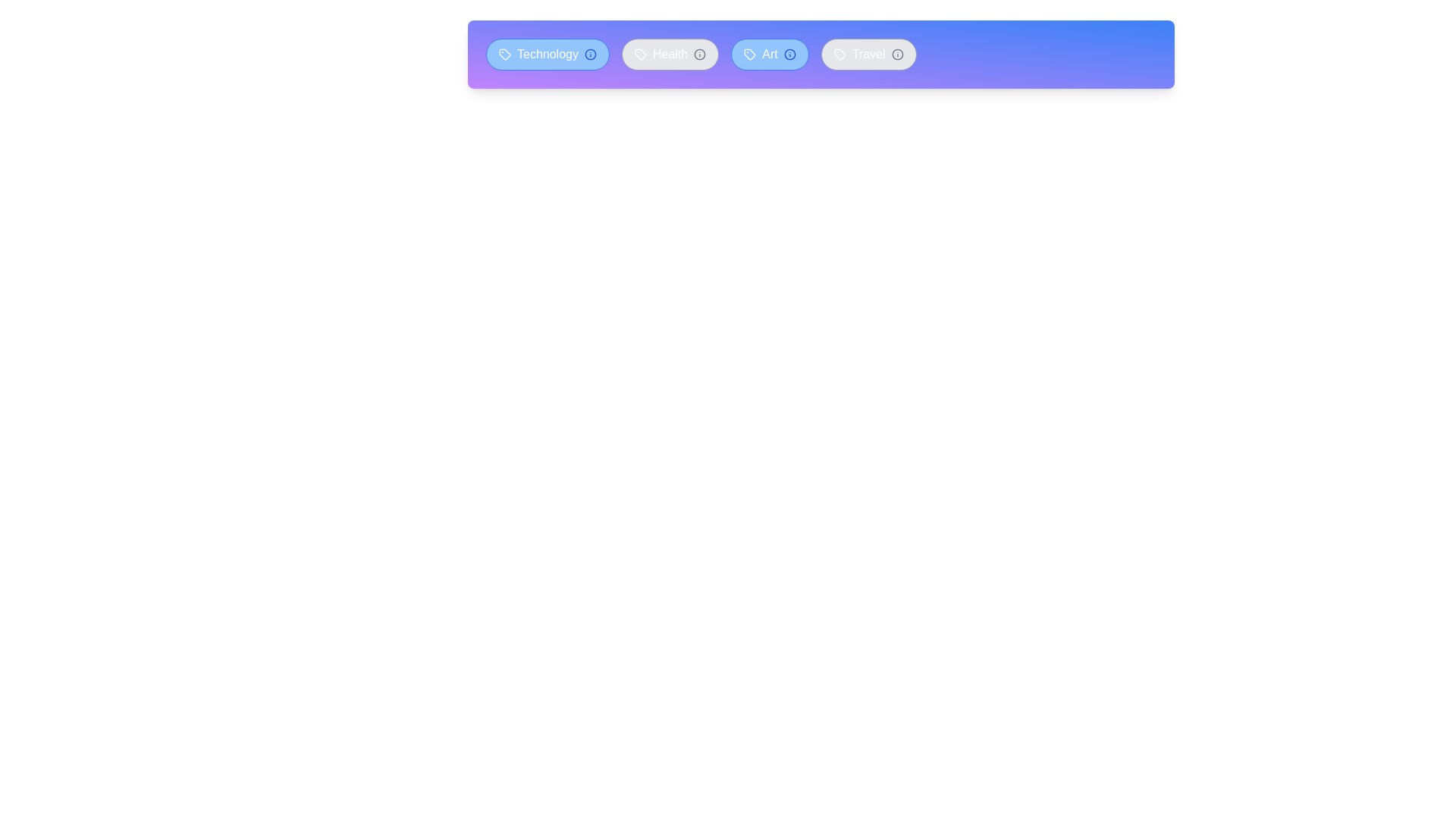 The height and width of the screenshot is (819, 1456). What do you see at coordinates (868, 54) in the screenshot?
I see `the tag labeled Travel` at bounding box center [868, 54].